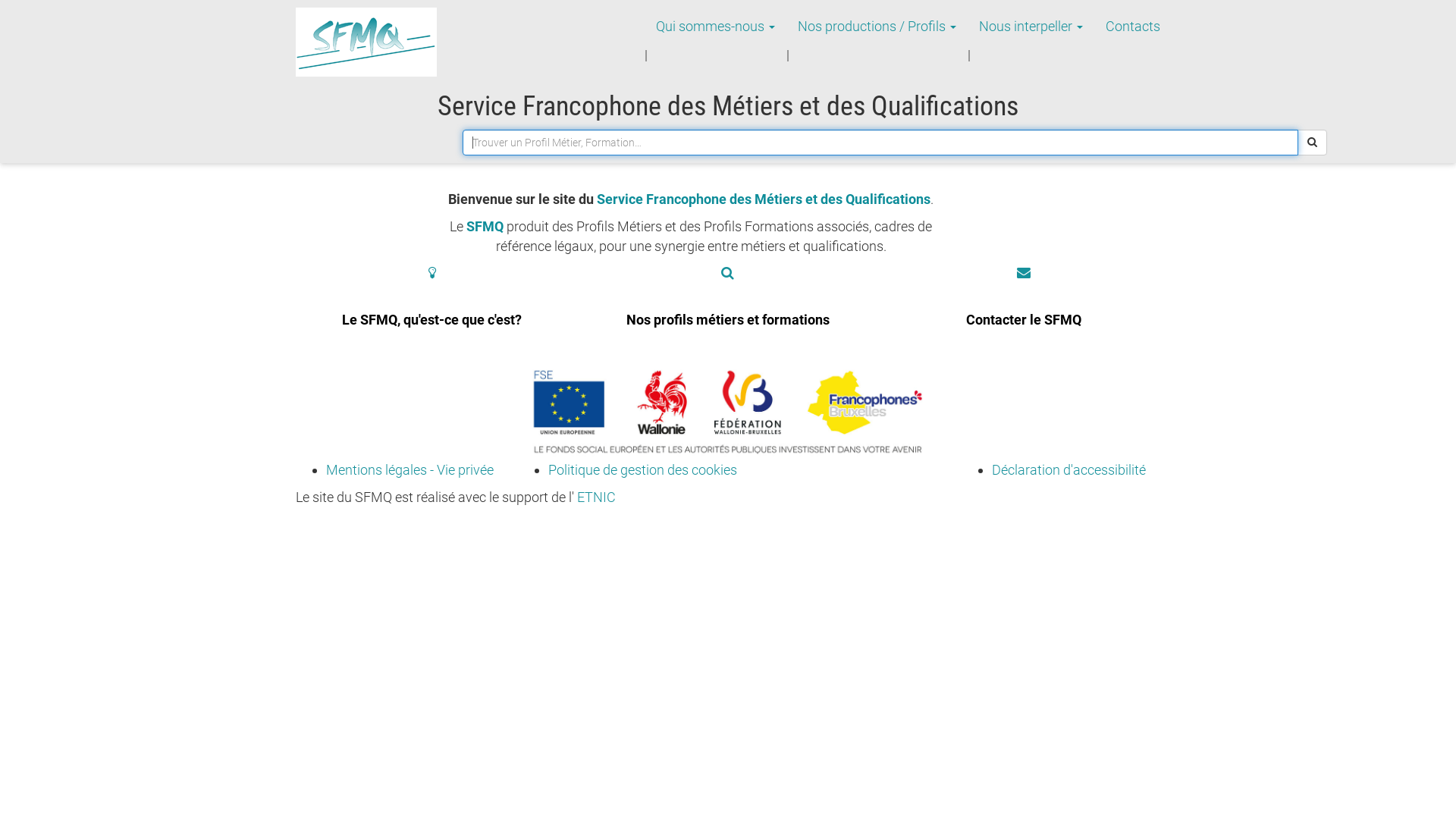  What do you see at coordinates (1031, 26) in the screenshot?
I see `'Nous interpeller'` at bounding box center [1031, 26].